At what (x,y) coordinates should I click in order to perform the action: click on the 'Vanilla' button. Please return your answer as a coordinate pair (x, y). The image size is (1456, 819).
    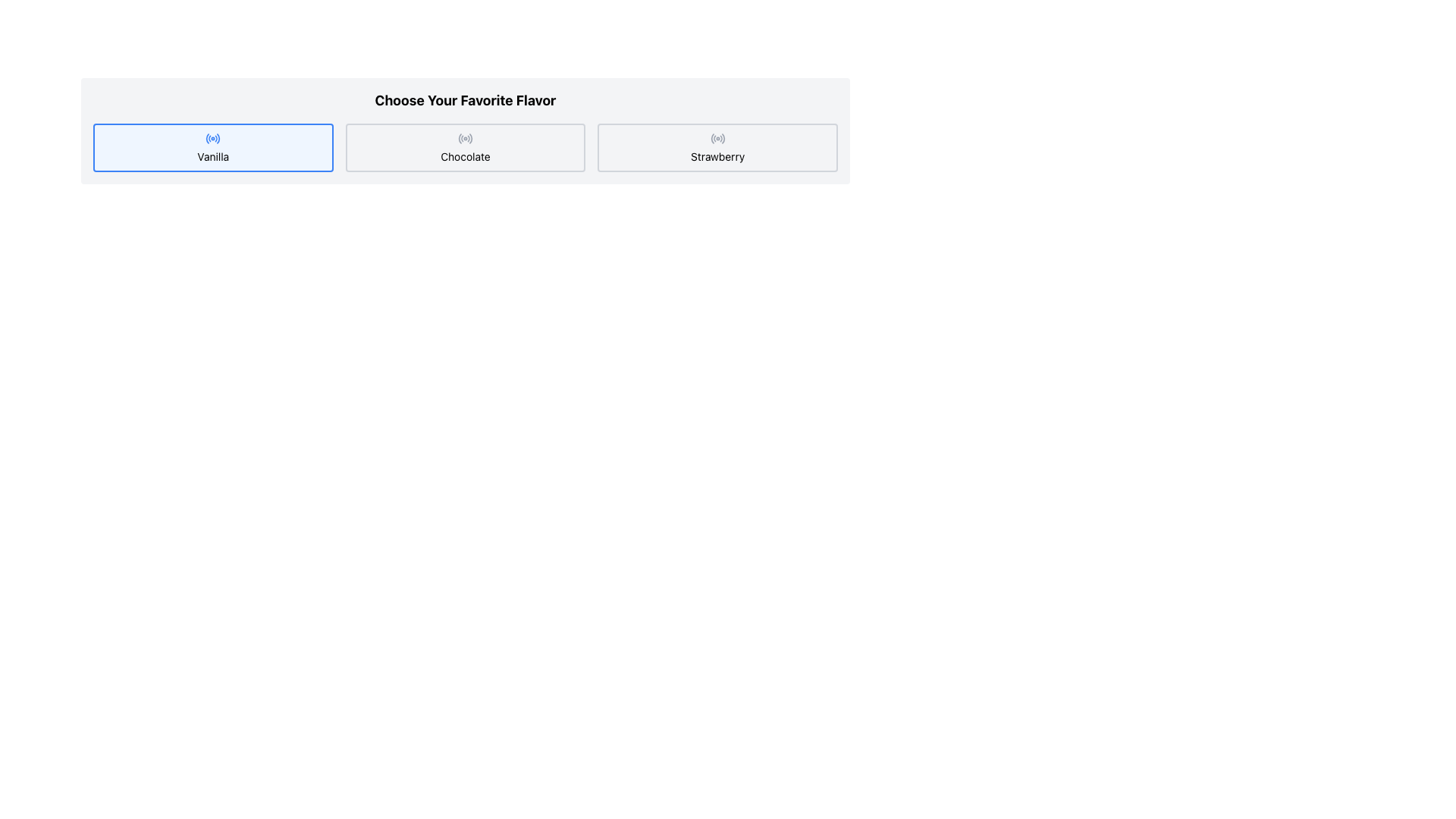
    Looking at the image, I should click on (212, 148).